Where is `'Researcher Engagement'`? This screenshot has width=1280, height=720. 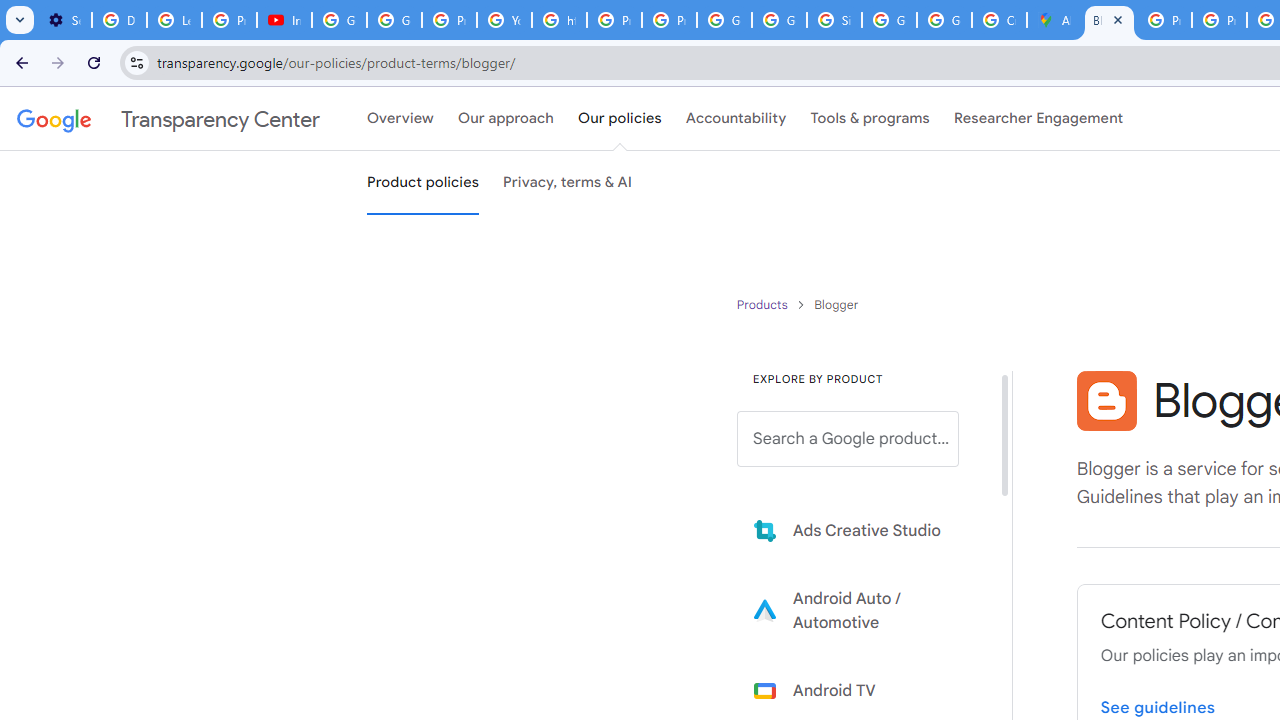 'Researcher Engagement' is located at coordinates (1038, 119).